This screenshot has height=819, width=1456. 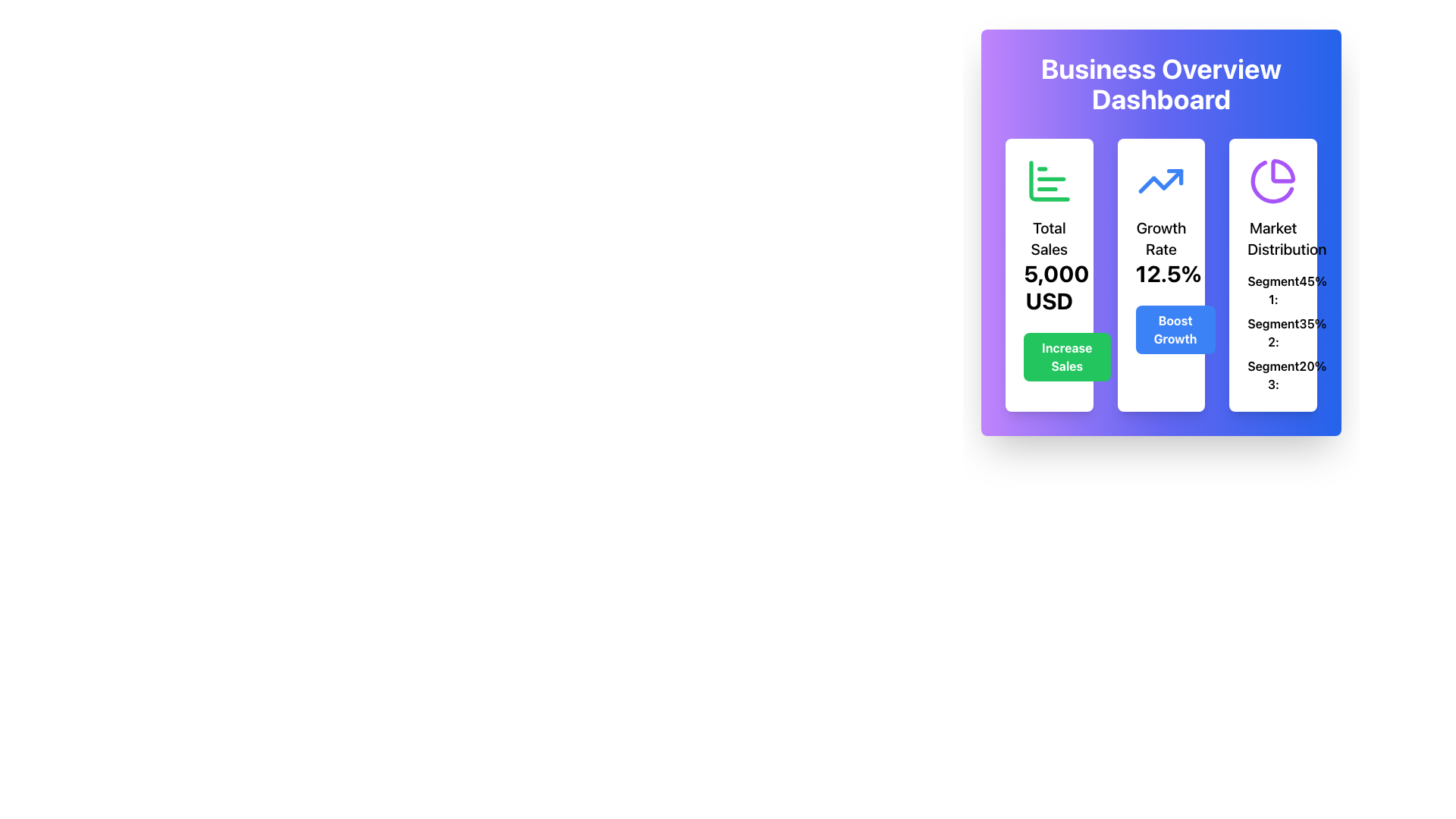 I want to click on Header or Title Text located at the top of the dashboard, centered within a rounded, gradient-colored box, so click(x=1160, y=84).